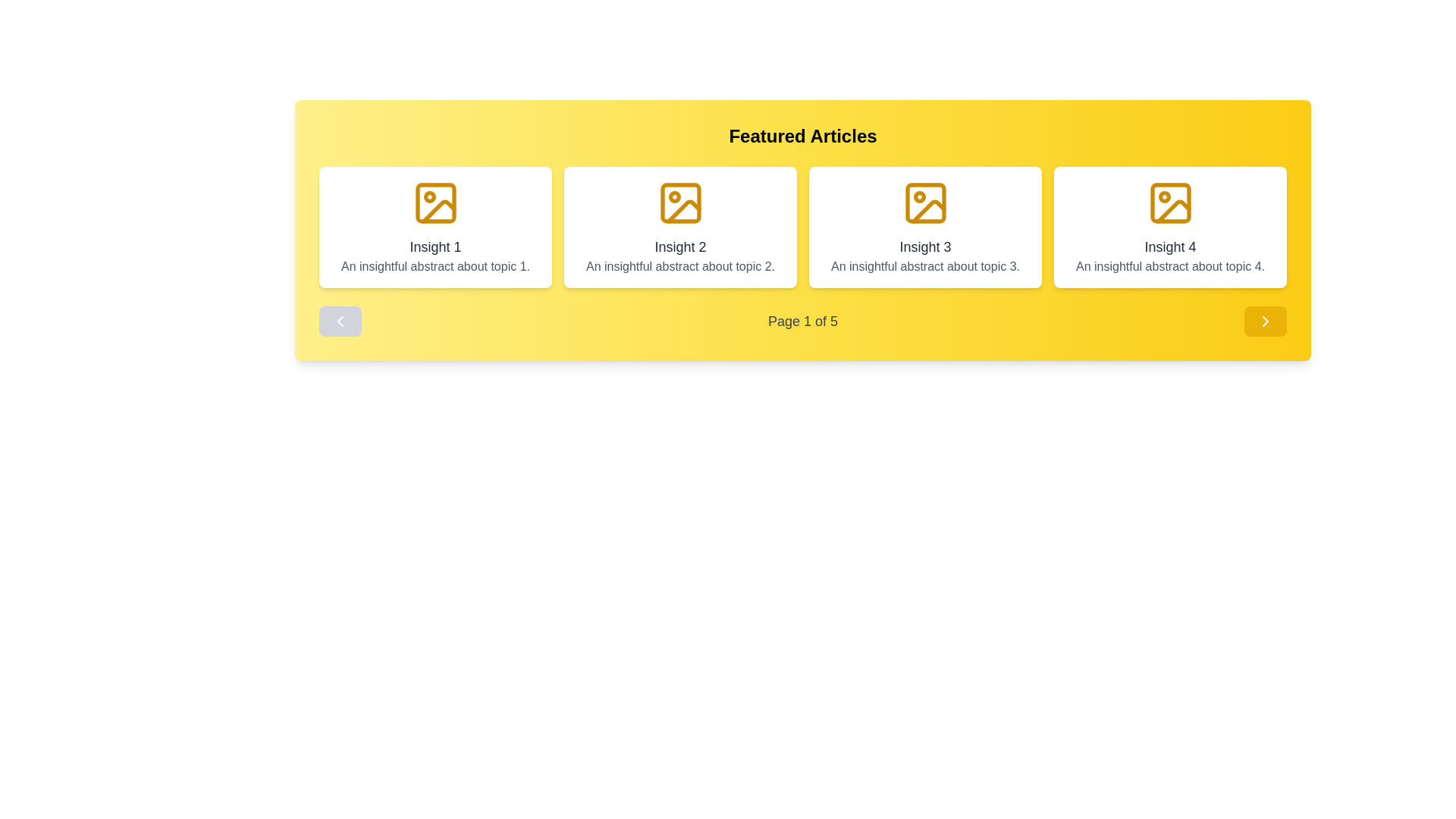  What do you see at coordinates (435, 202) in the screenshot?
I see `the SVG Rectangle Graphic Element that serves as the background of the icon in the first article card of the carousel` at bounding box center [435, 202].